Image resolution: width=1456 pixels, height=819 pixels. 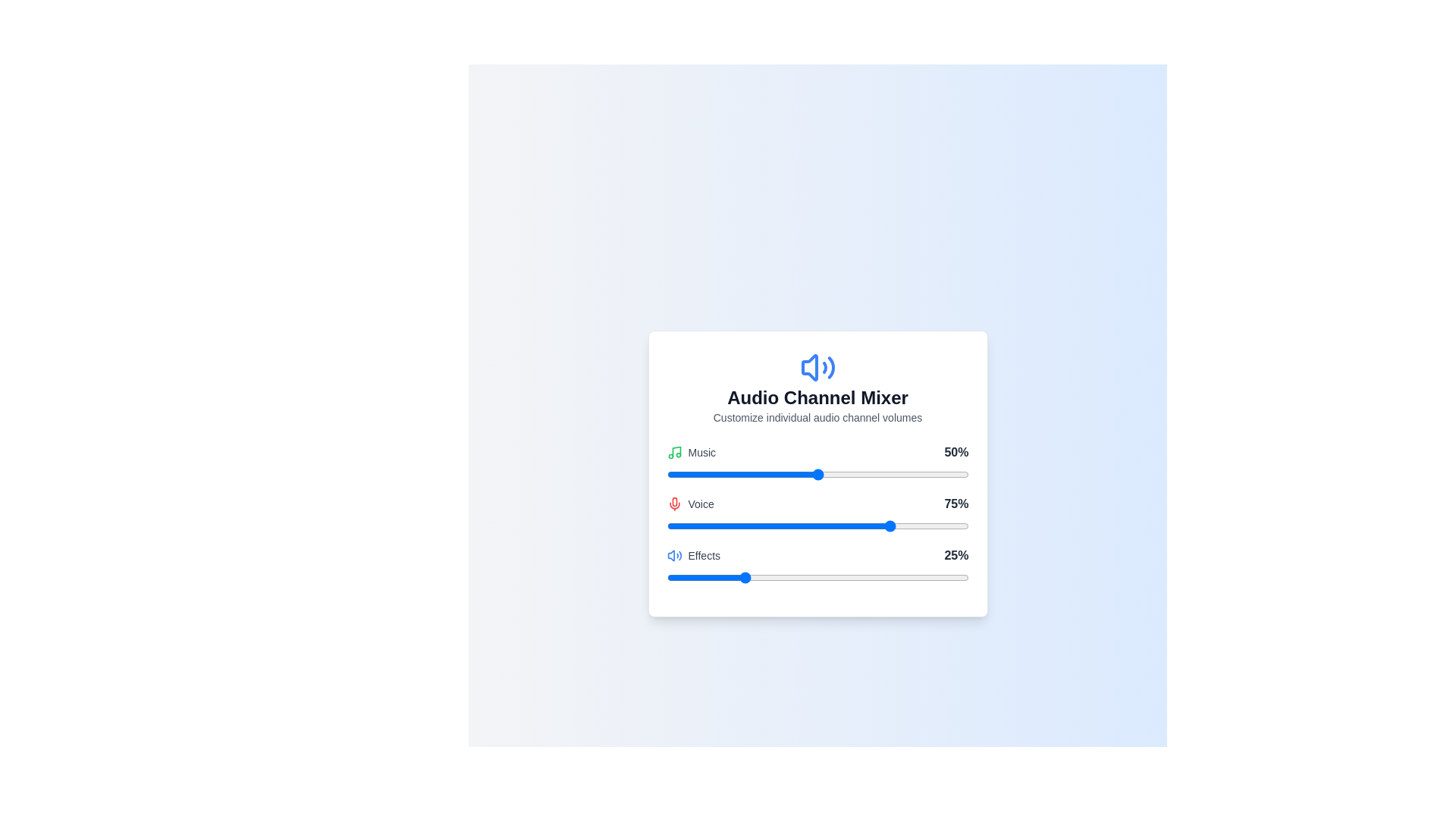 What do you see at coordinates (689, 504) in the screenshot?
I see `the Voice audio channel label in the Audio Channel Mixer interface, which is positioned in the middle row, second in the vertical layout, to the left of the '75%' percentage label` at bounding box center [689, 504].